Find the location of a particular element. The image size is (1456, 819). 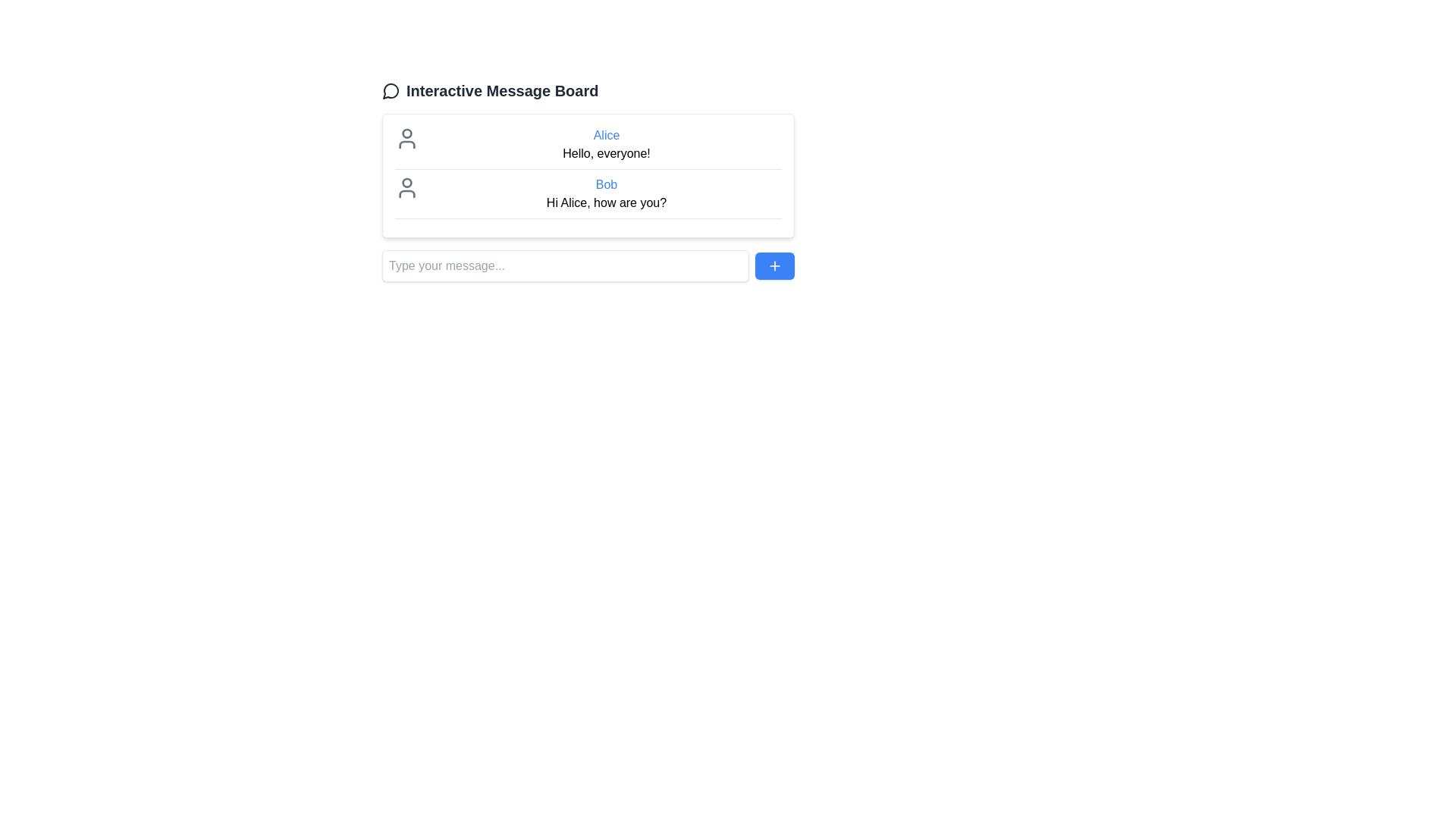

the text label displaying 'Alice' in blue color, which is located at the top of the first message block in the conversation interface is located at coordinates (607, 134).